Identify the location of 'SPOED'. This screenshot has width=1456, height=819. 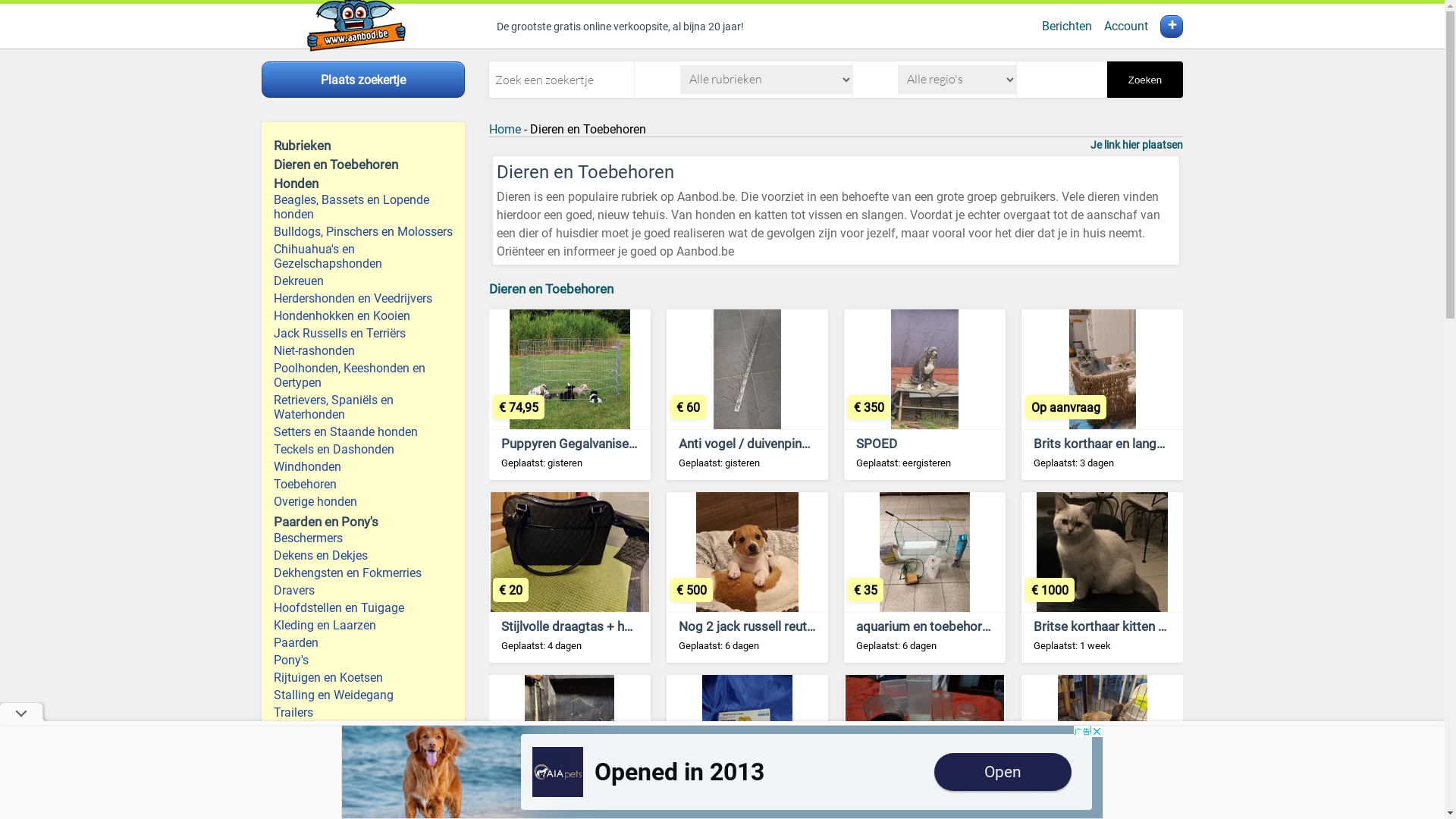
(855, 442).